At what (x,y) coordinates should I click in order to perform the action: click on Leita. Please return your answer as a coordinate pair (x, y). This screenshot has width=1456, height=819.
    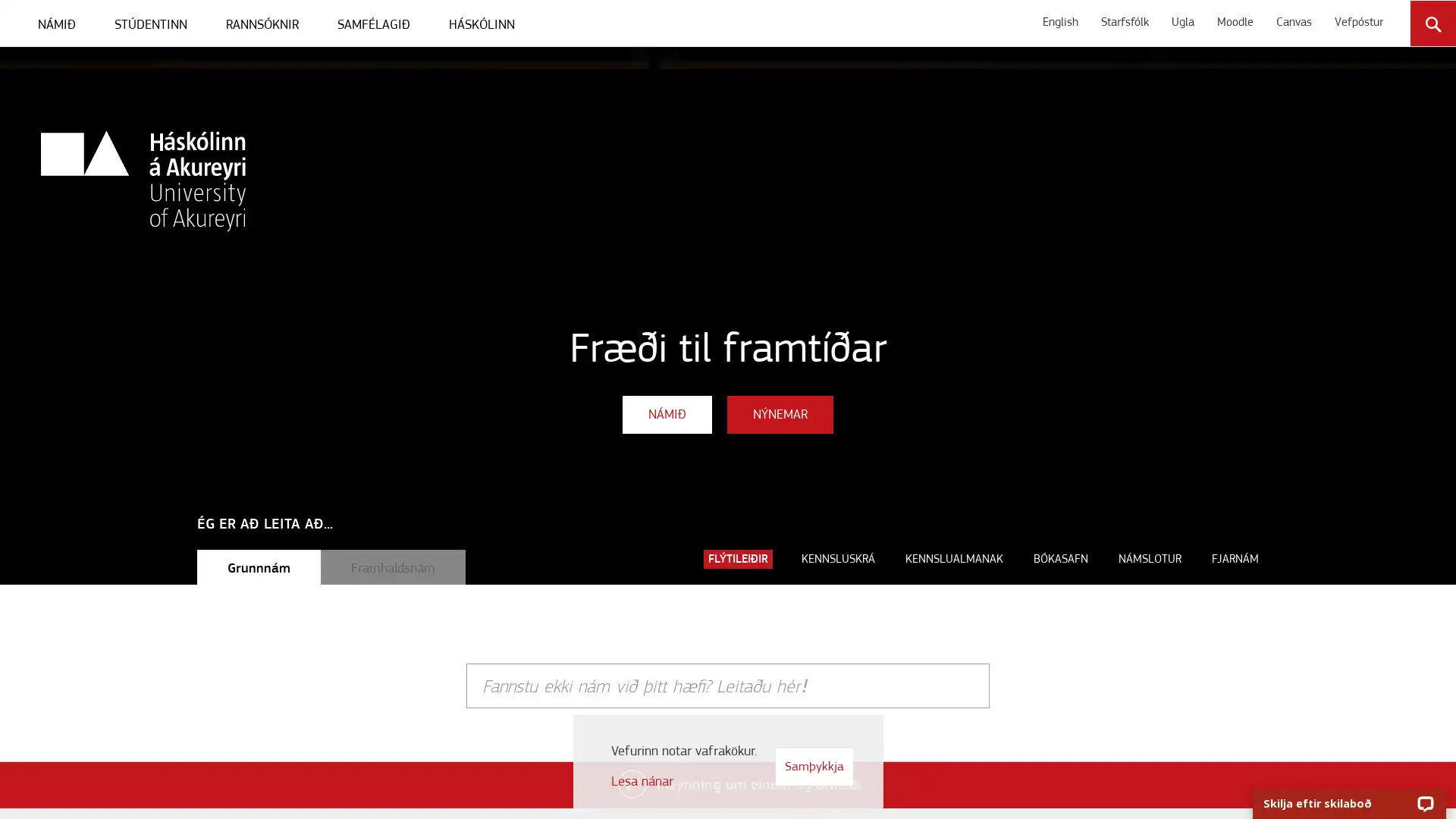
    Looking at the image, I should click on (1040, 124).